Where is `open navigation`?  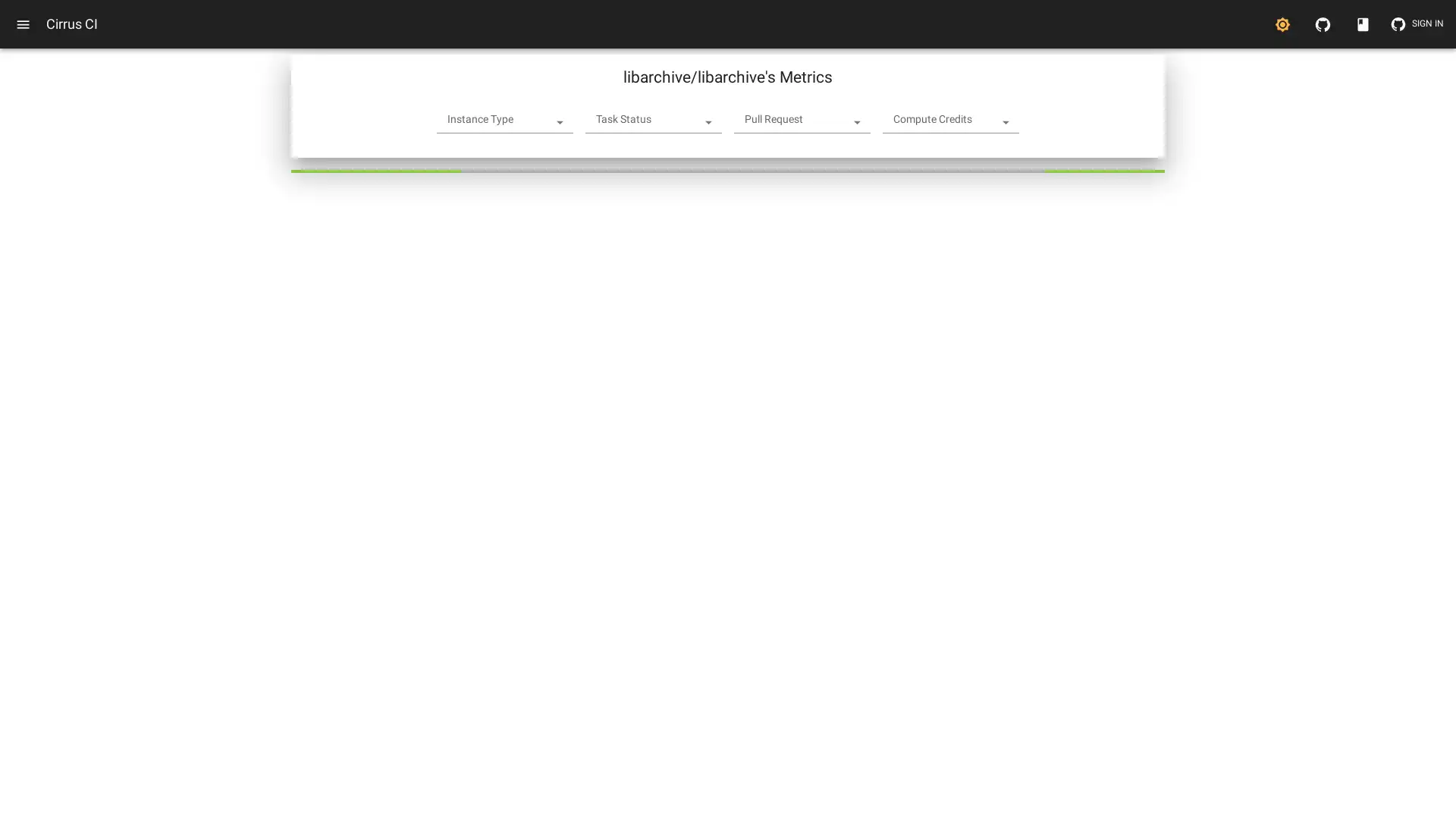 open navigation is located at coordinates (23, 24).